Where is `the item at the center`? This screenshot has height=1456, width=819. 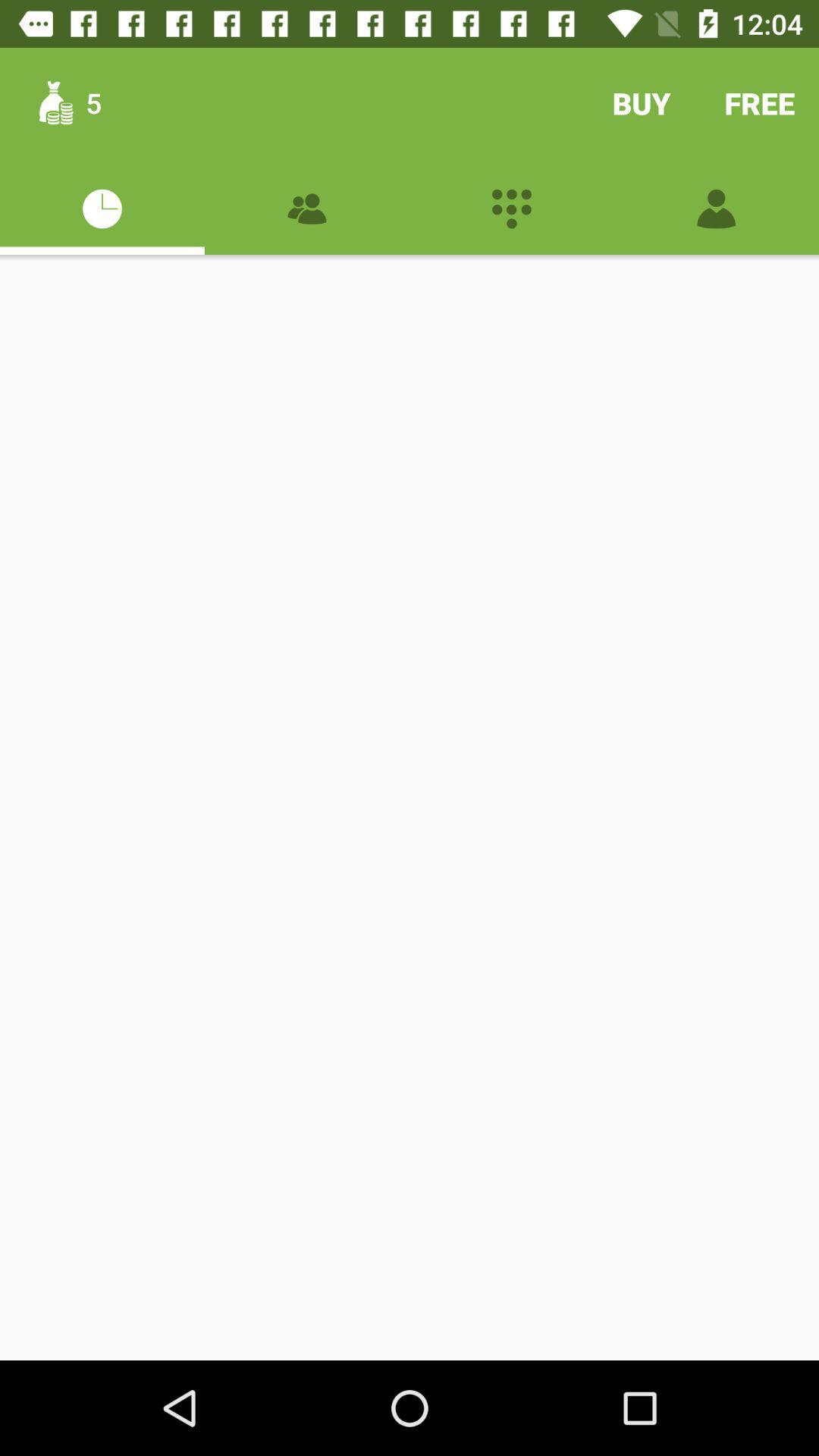 the item at the center is located at coordinates (409, 807).